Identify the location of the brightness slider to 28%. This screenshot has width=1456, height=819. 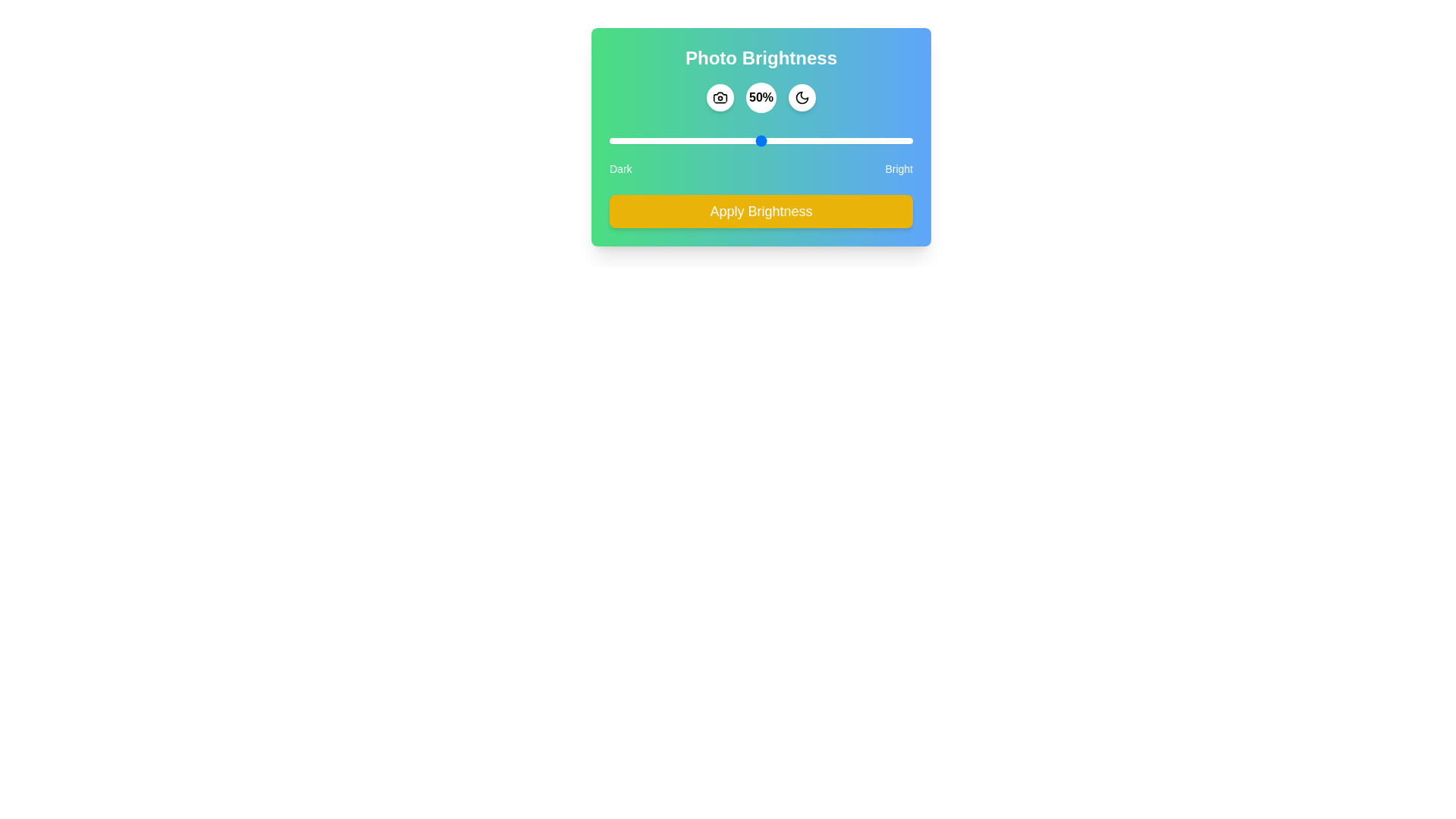
(694, 140).